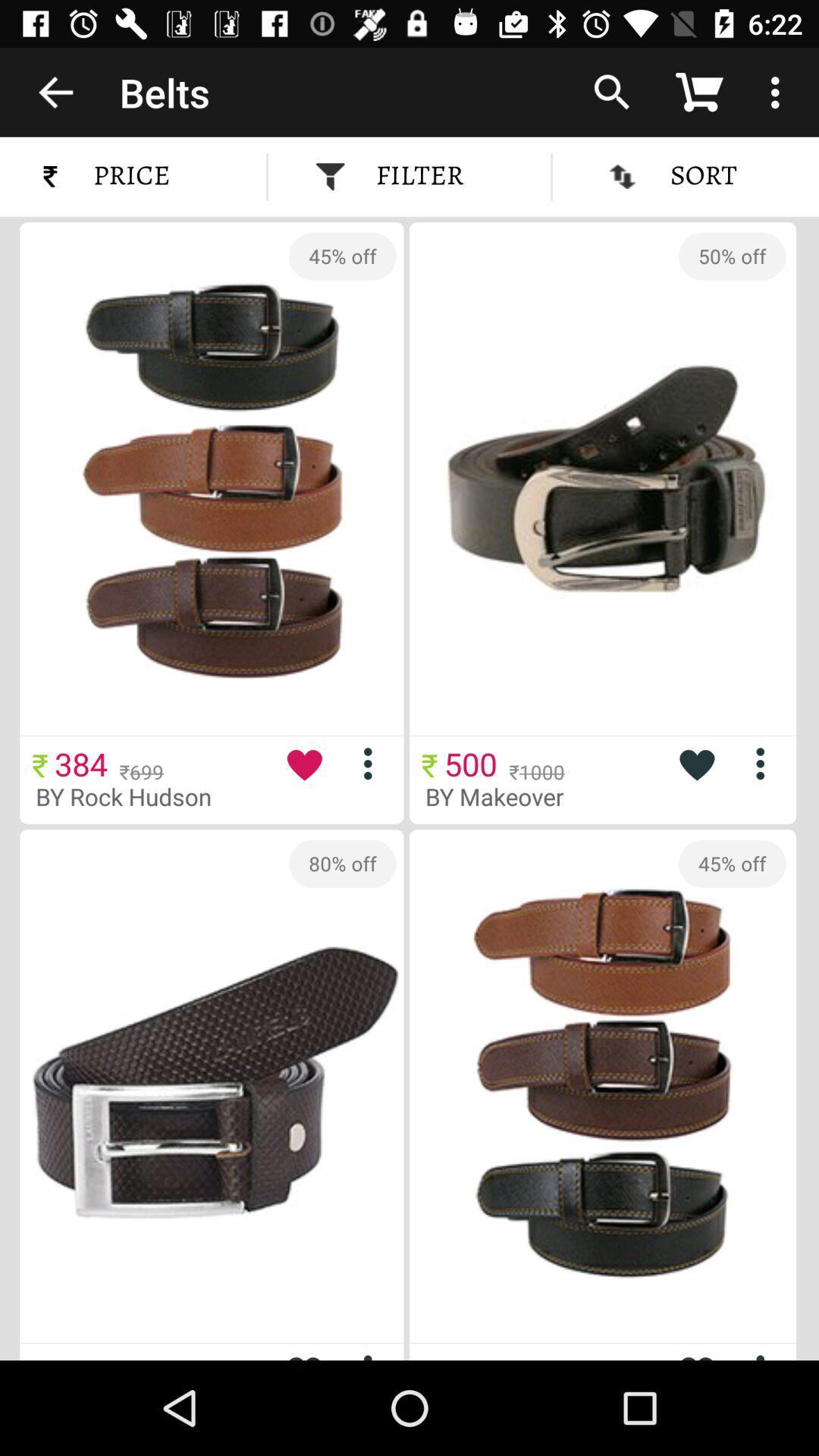  What do you see at coordinates (766, 764) in the screenshot?
I see `see more` at bounding box center [766, 764].